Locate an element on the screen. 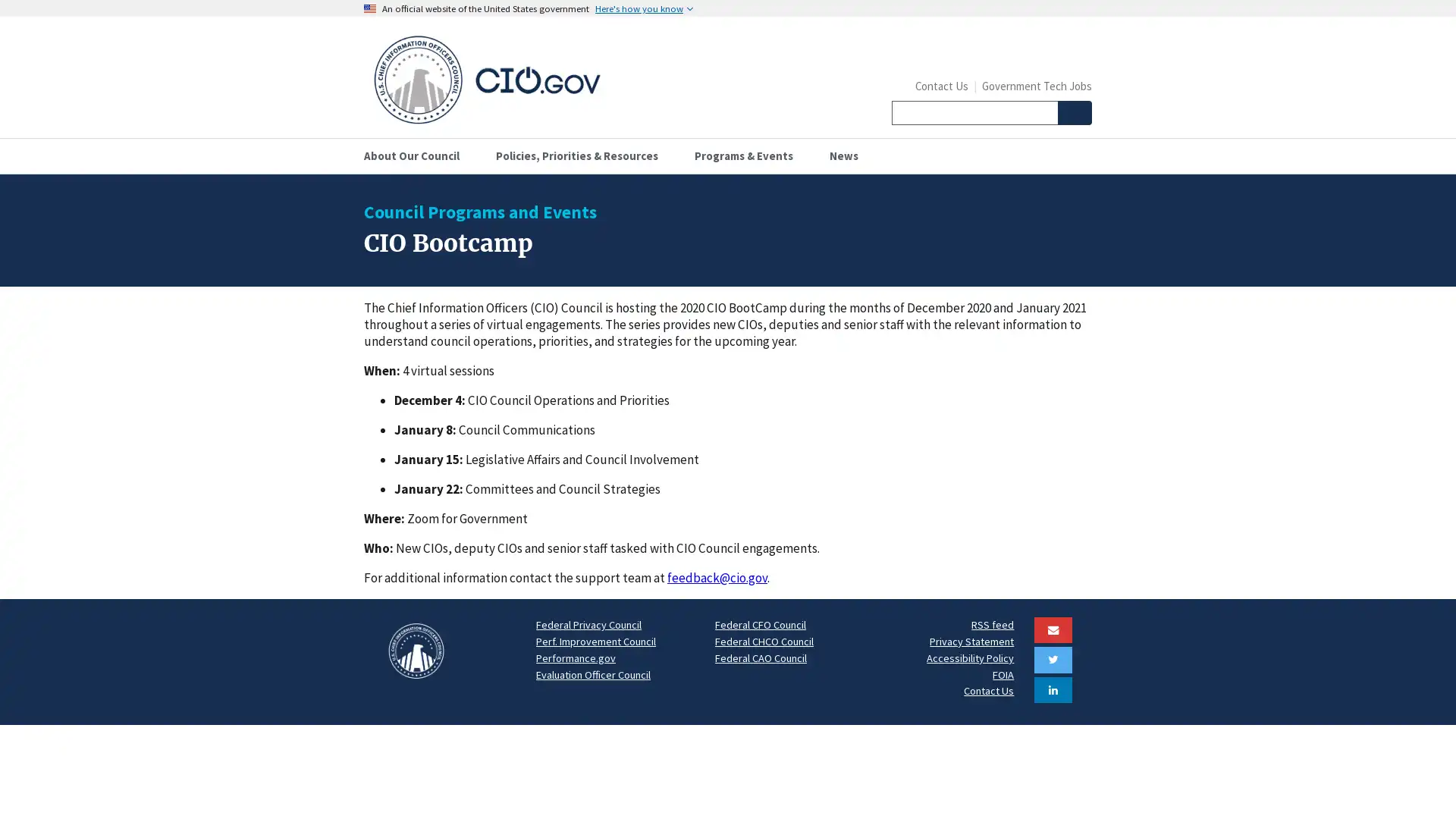 The height and width of the screenshot is (819, 1456). Search is located at coordinates (1073, 112).